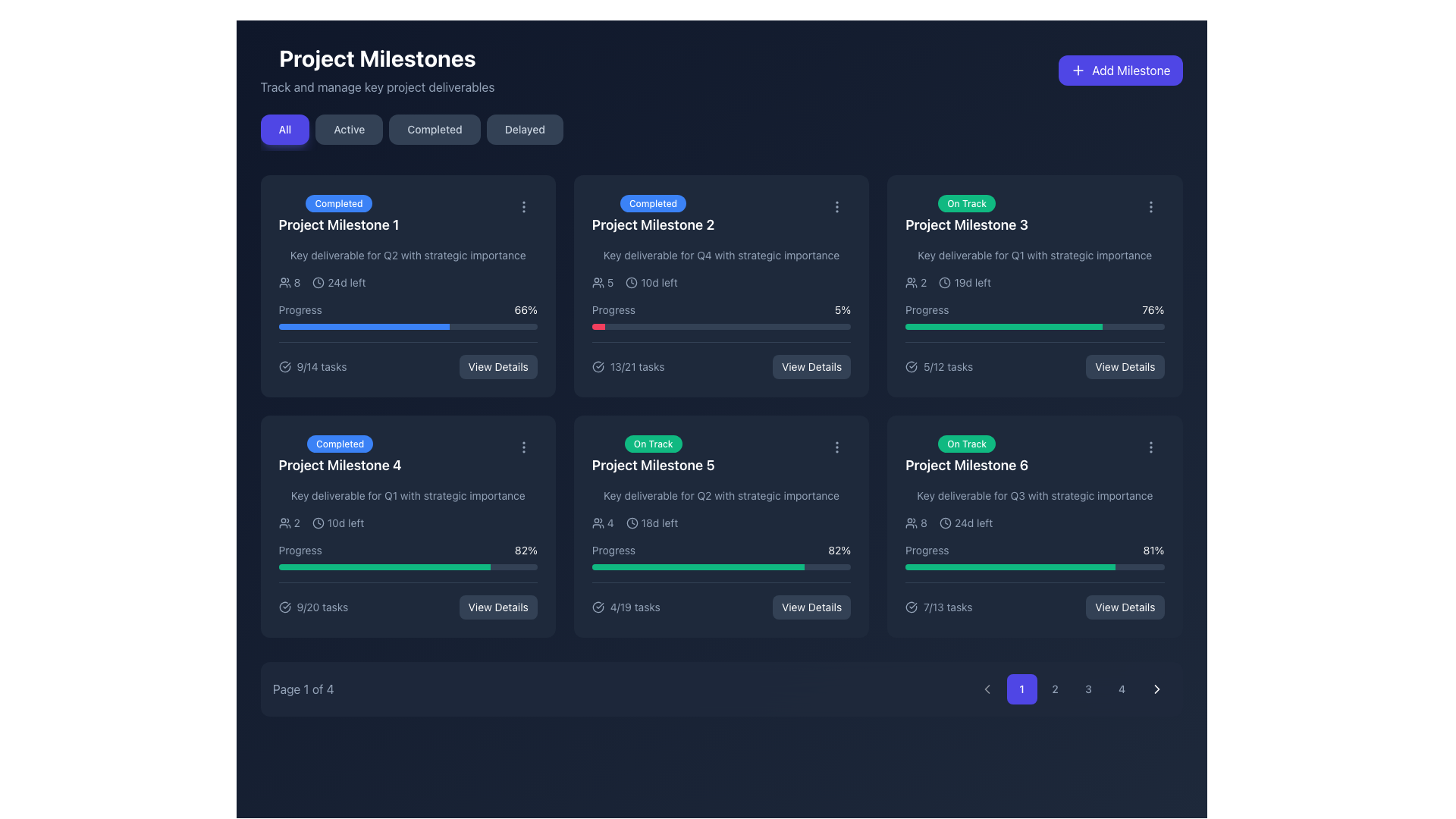 The width and height of the screenshot is (1456, 819). Describe the element at coordinates (1010, 567) in the screenshot. I see `the emerald-green filled progress bar segment indicating 81% completion within the 'Project Milestone 6' card` at that location.